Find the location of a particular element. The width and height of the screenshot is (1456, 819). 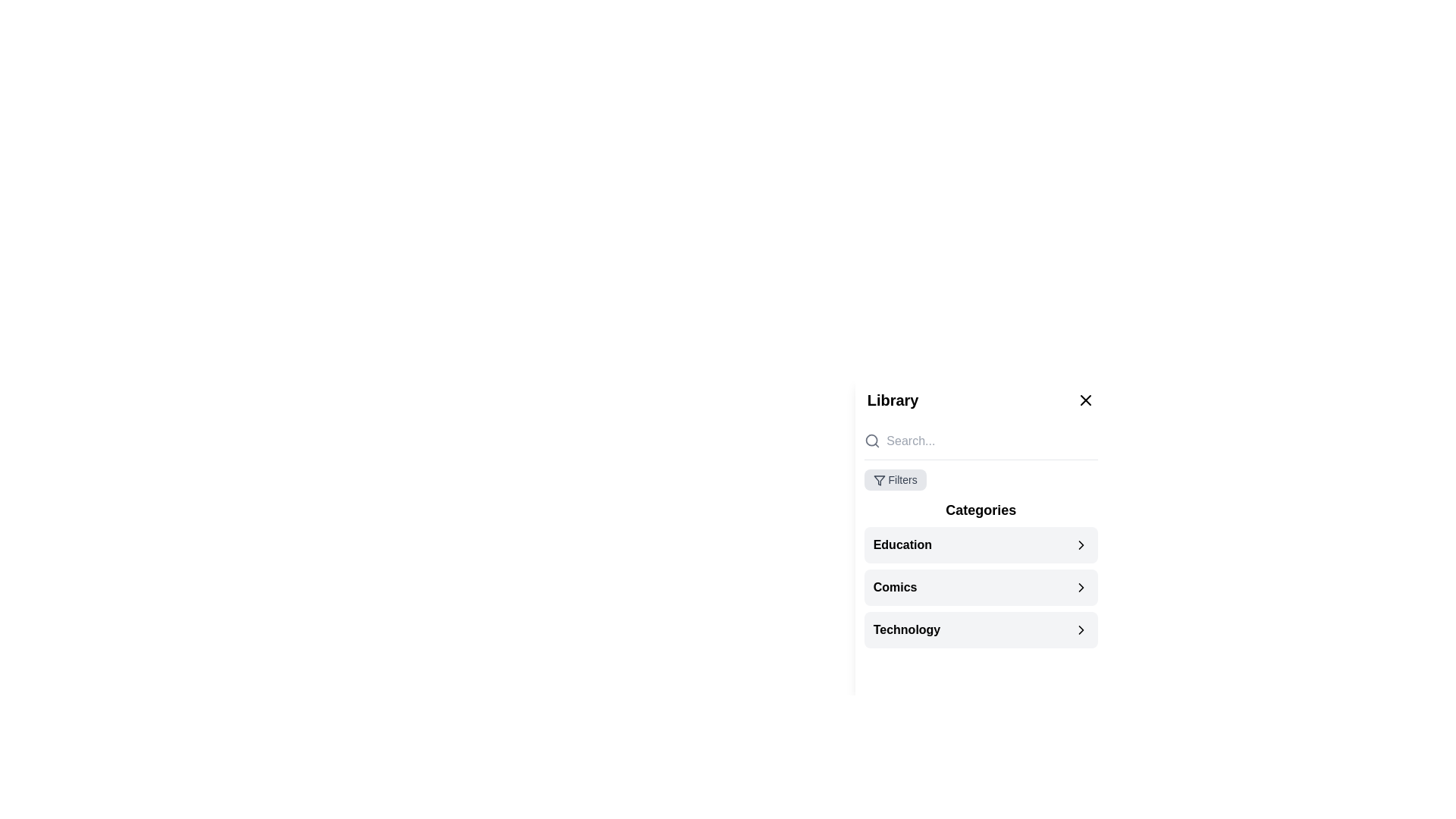

the Chevron icon located to the right of the 'Technology' text in the sidebar is located at coordinates (1080, 629).